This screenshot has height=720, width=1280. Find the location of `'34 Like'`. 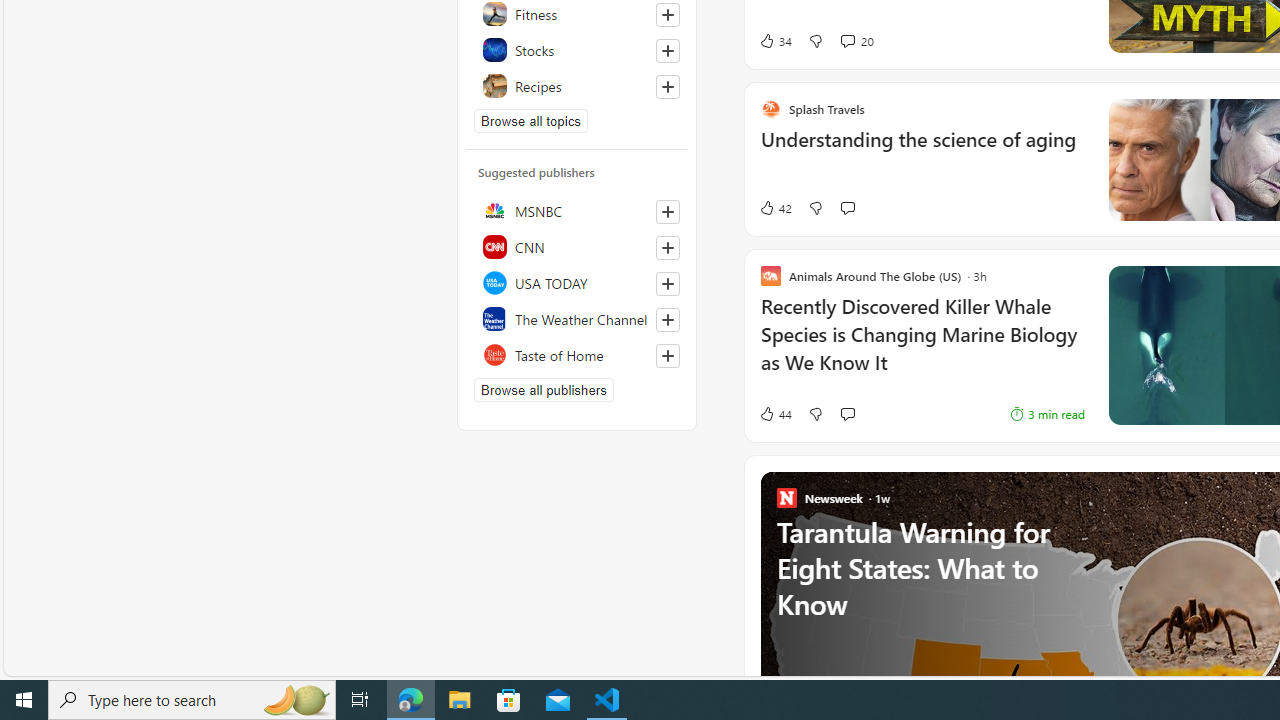

'34 Like' is located at coordinates (774, 41).